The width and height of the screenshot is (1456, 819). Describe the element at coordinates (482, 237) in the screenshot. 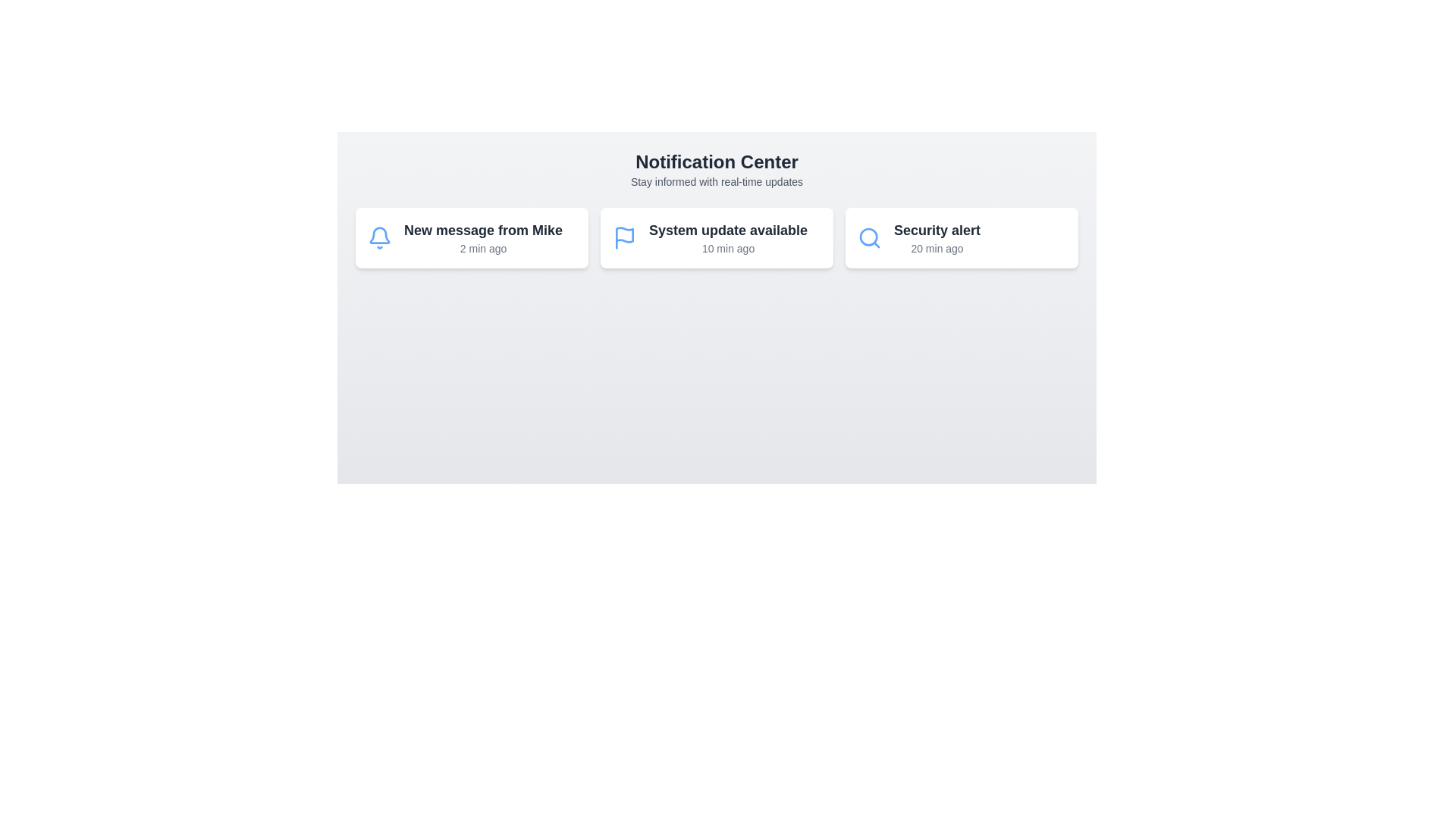

I see `the Text block element displaying 'New message from Mike' followed by '2 min ago' located in the top-left corner of the card with a blue bell icon` at that location.